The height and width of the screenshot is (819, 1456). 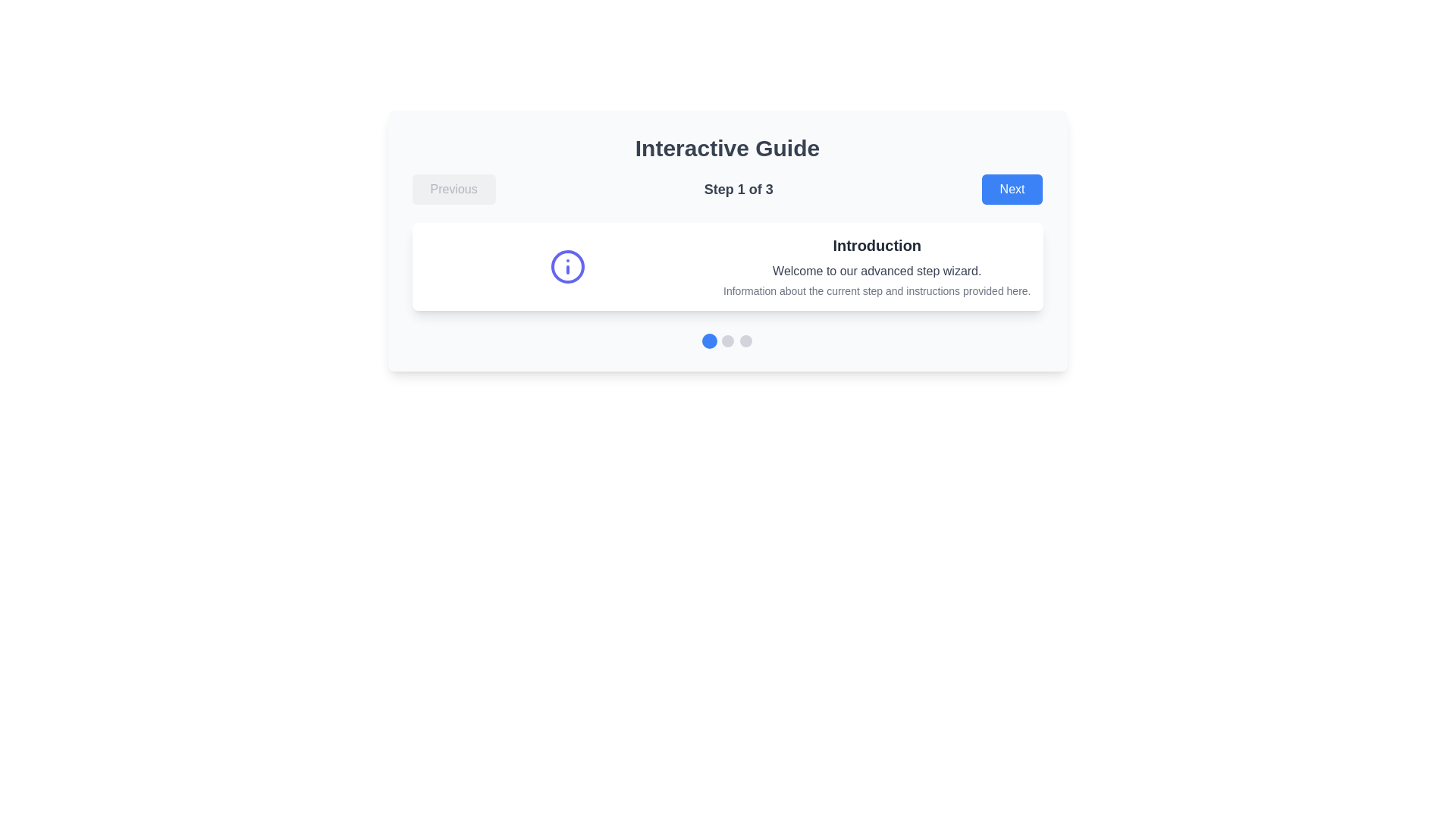 I want to click on the third circular progress indicator located at the bottom-center of the layout, so click(x=745, y=341).